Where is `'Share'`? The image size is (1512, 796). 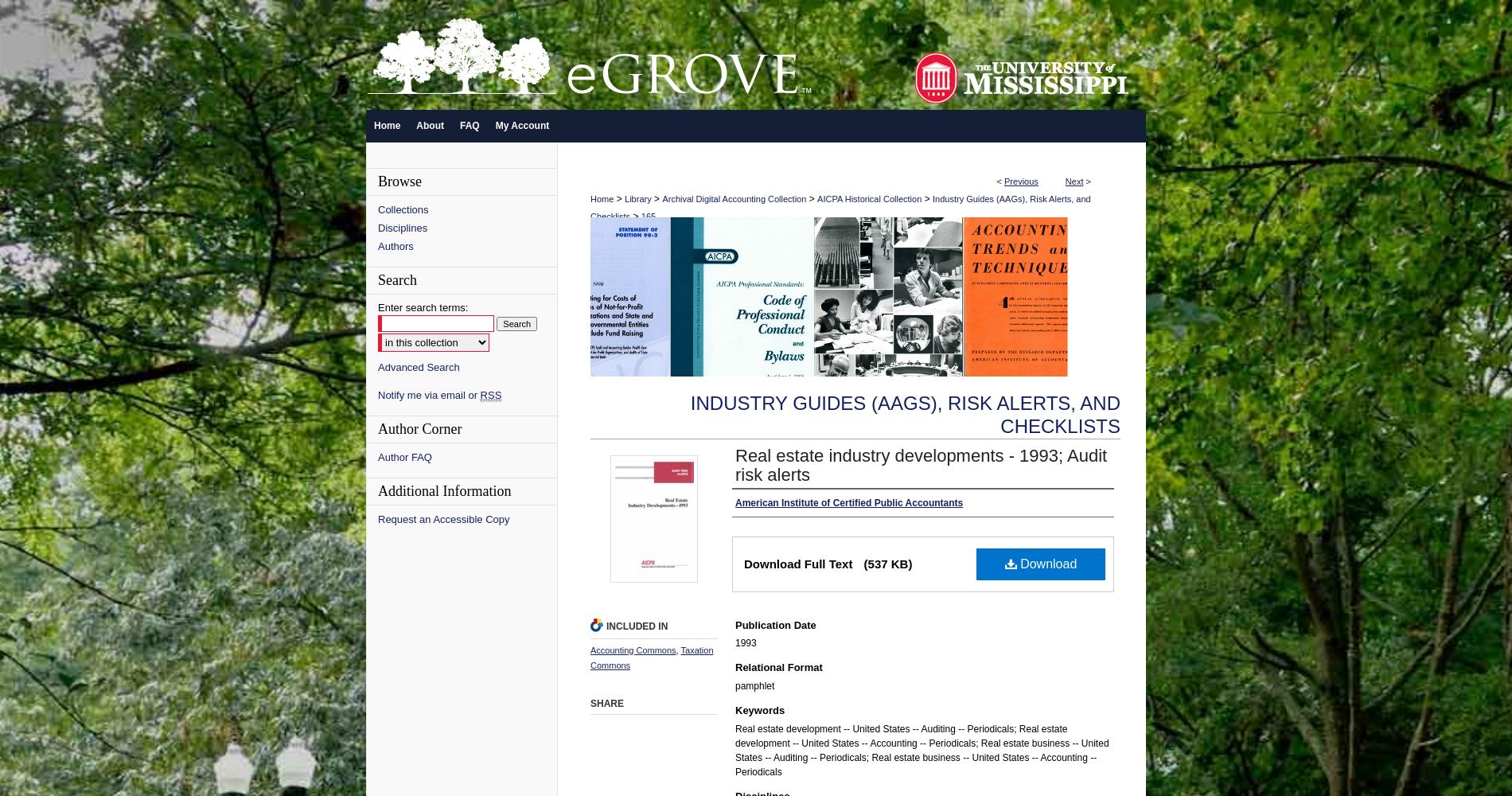 'Share' is located at coordinates (606, 704).